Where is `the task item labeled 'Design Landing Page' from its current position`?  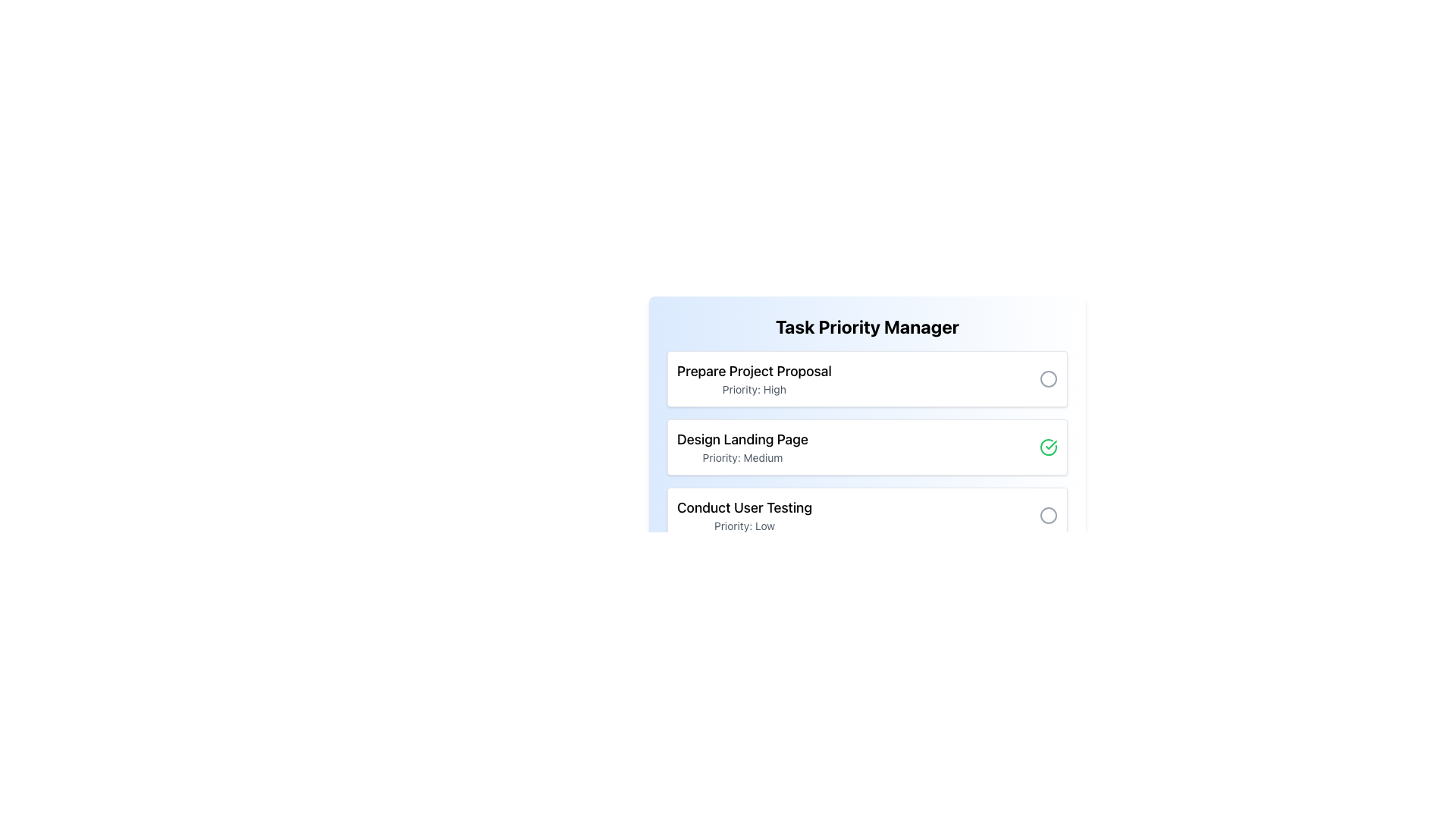
the task item labeled 'Design Landing Page' from its current position is located at coordinates (867, 447).